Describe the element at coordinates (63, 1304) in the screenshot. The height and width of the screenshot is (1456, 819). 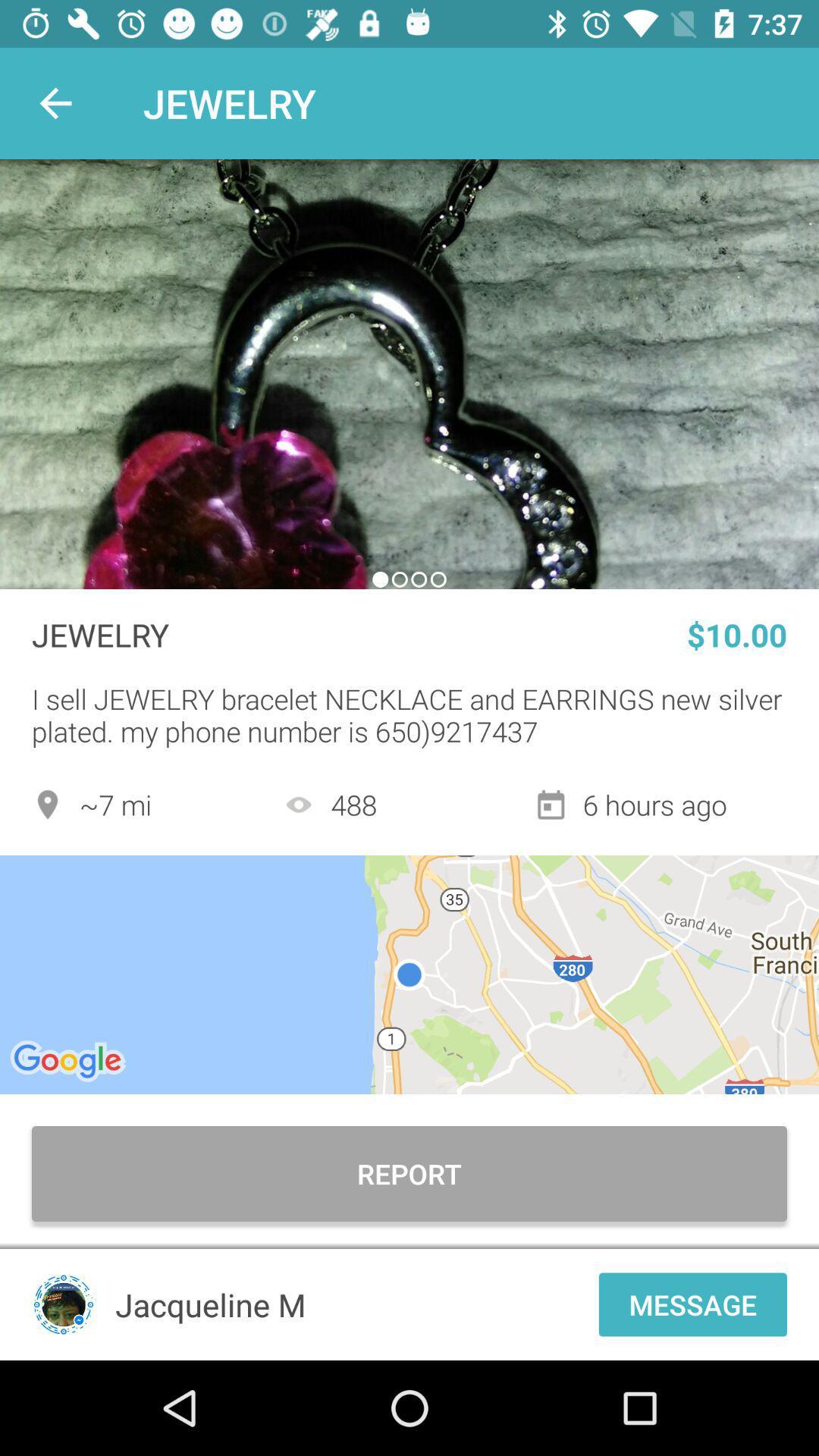
I see `profile picture` at that location.